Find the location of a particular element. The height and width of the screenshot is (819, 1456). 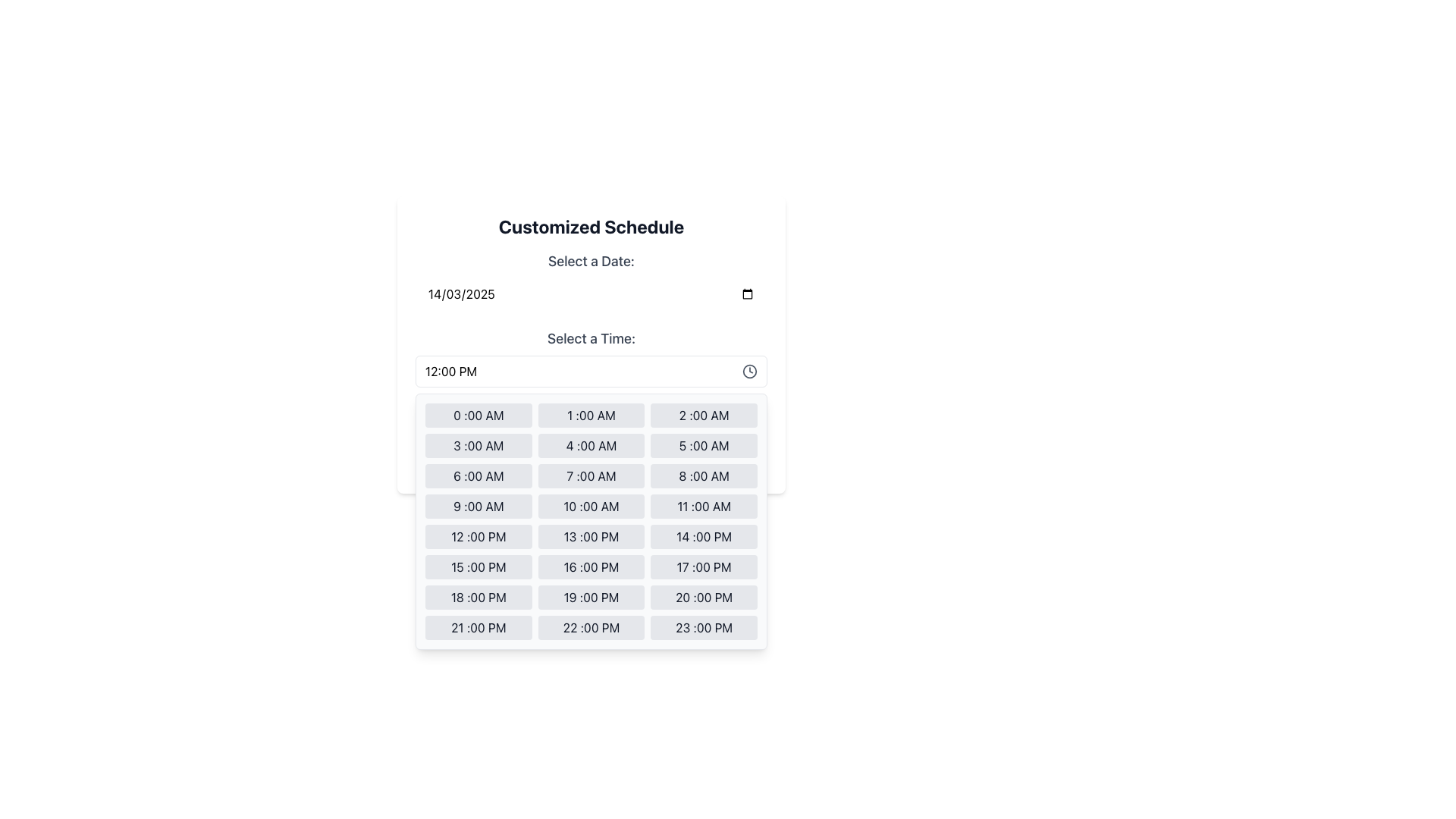

the grey rectangular button labeled '6:00 AM' is located at coordinates (478, 475).